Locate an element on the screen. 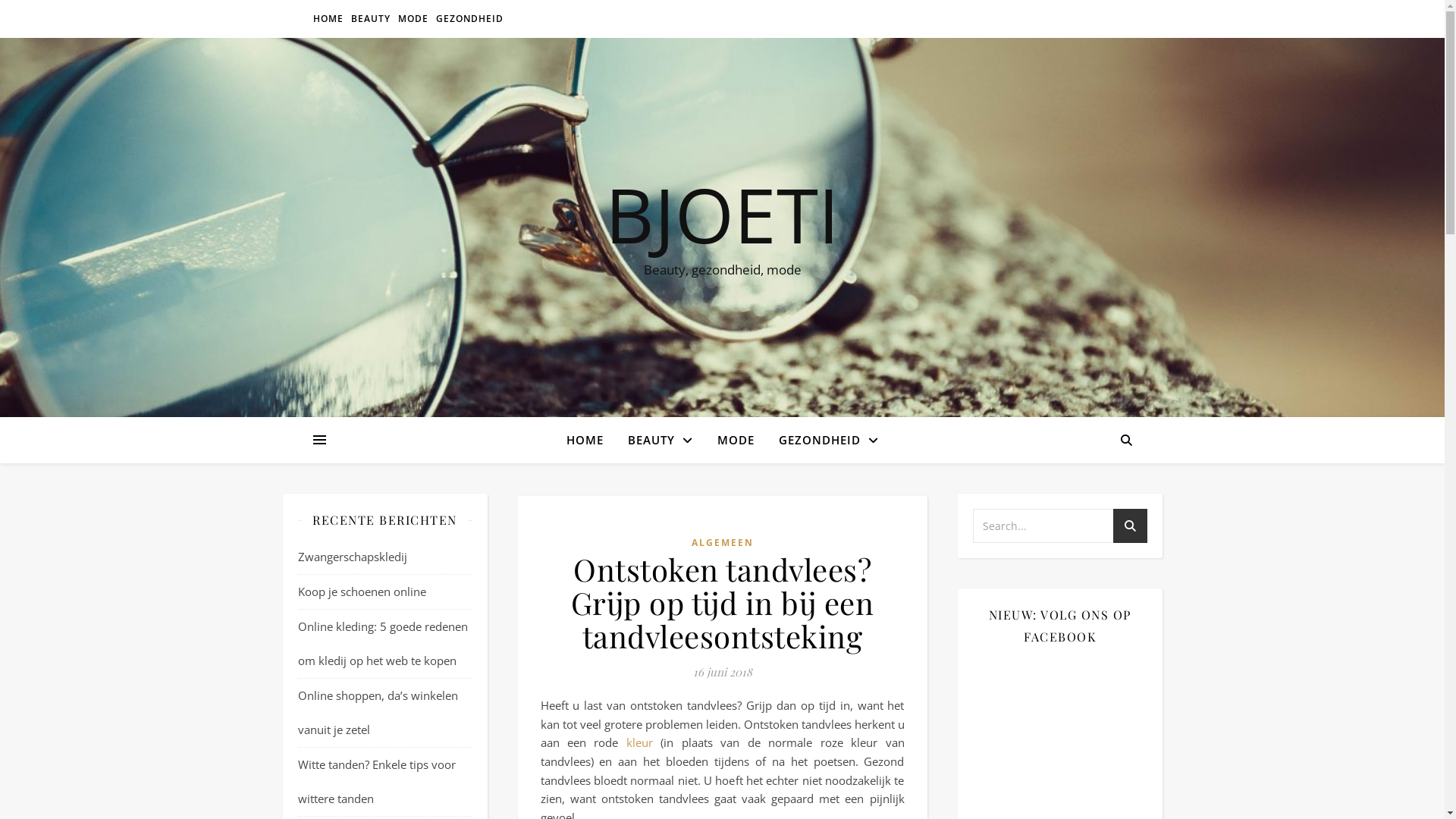  'Koop je schoenen online' is located at coordinates (360, 590).